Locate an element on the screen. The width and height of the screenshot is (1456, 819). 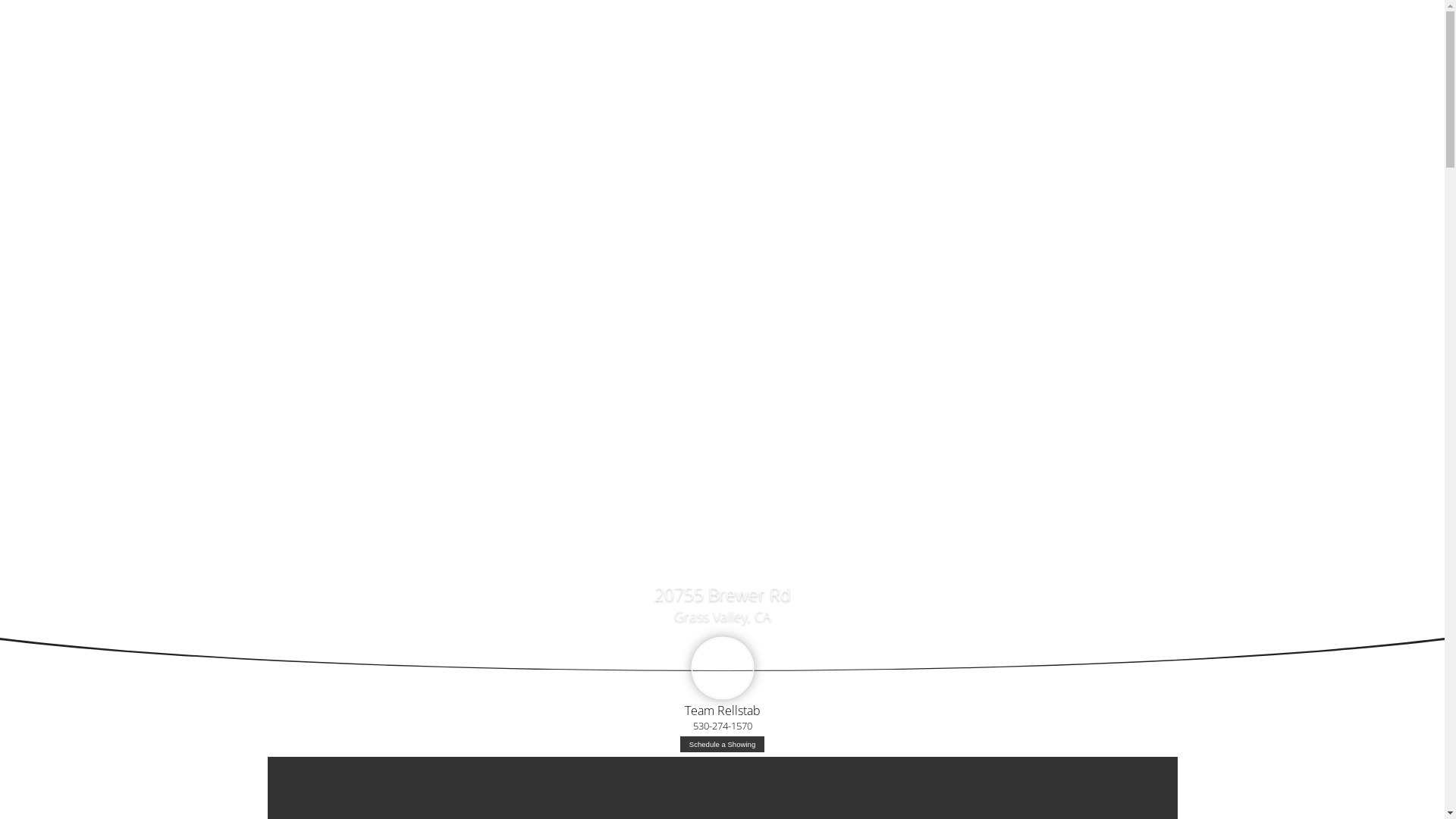
'Schedule a Showing' is located at coordinates (721, 743).